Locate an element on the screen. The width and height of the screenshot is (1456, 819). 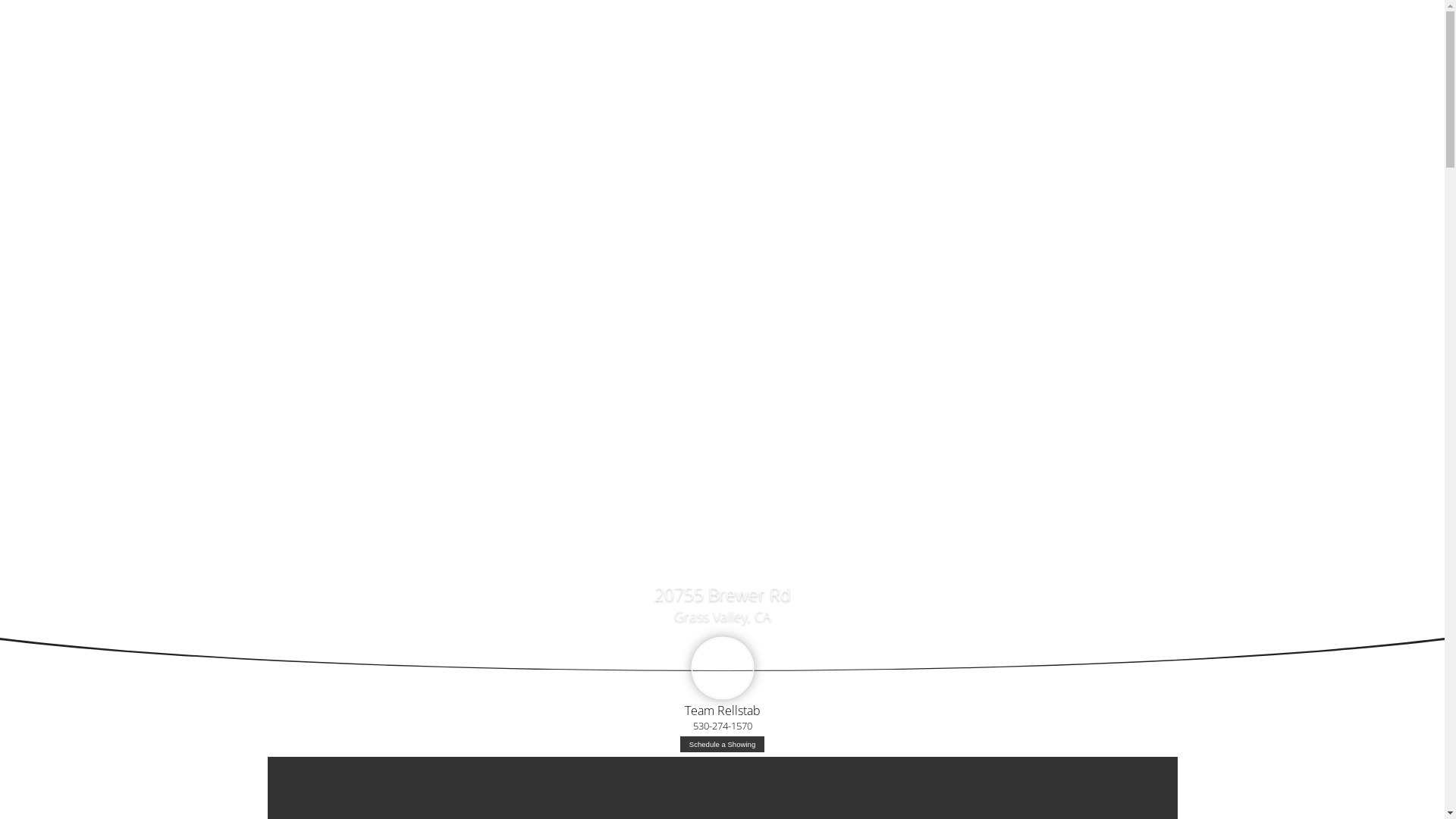
'Schedule a Showing' is located at coordinates (721, 743).